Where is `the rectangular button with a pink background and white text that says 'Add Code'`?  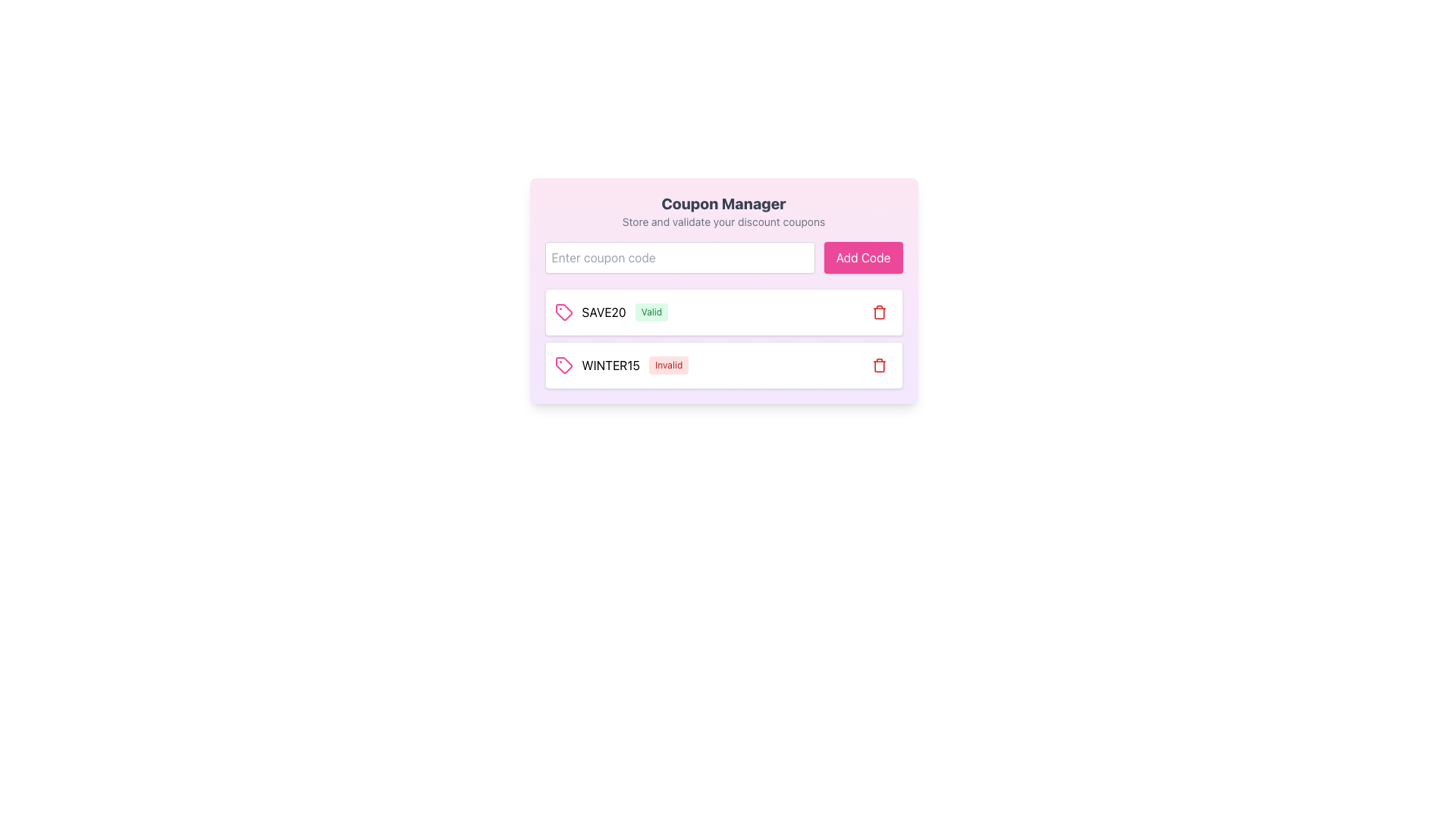 the rectangular button with a pink background and white text that says 'Add Code' is located at coordinates (863, 256).